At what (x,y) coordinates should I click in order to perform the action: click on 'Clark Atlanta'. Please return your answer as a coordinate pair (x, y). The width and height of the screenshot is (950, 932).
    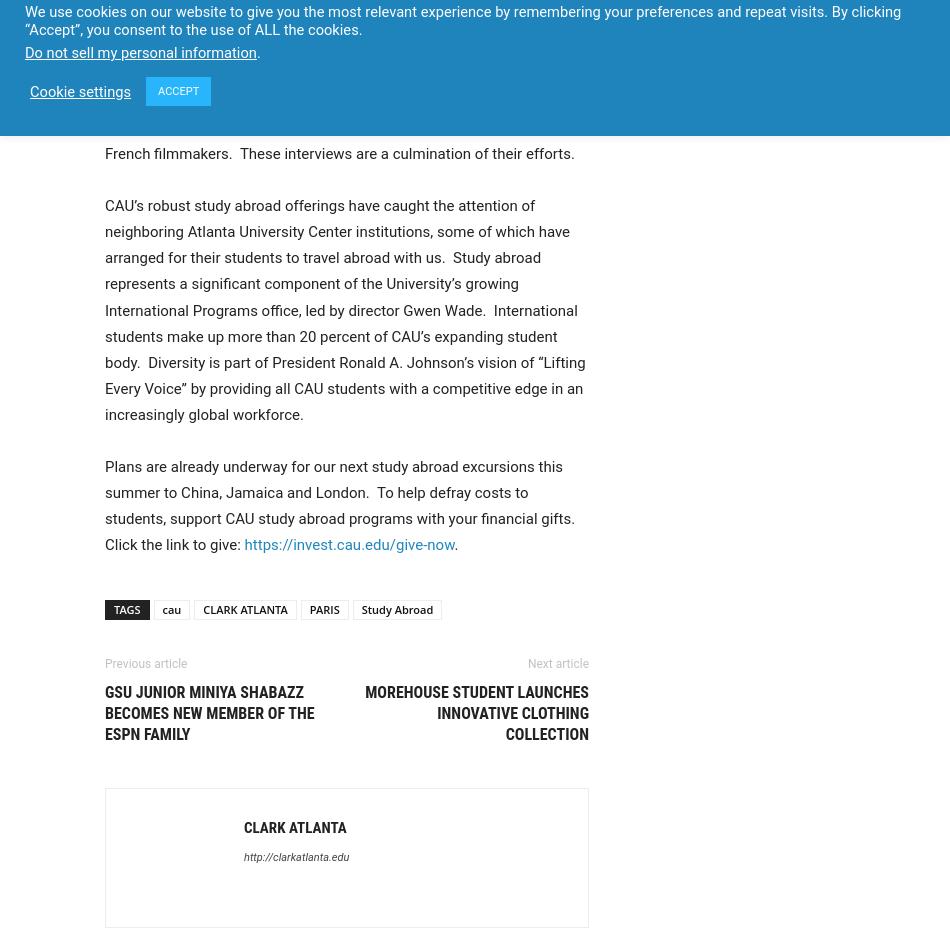
    Looking at the image, I should click on (293, 826).